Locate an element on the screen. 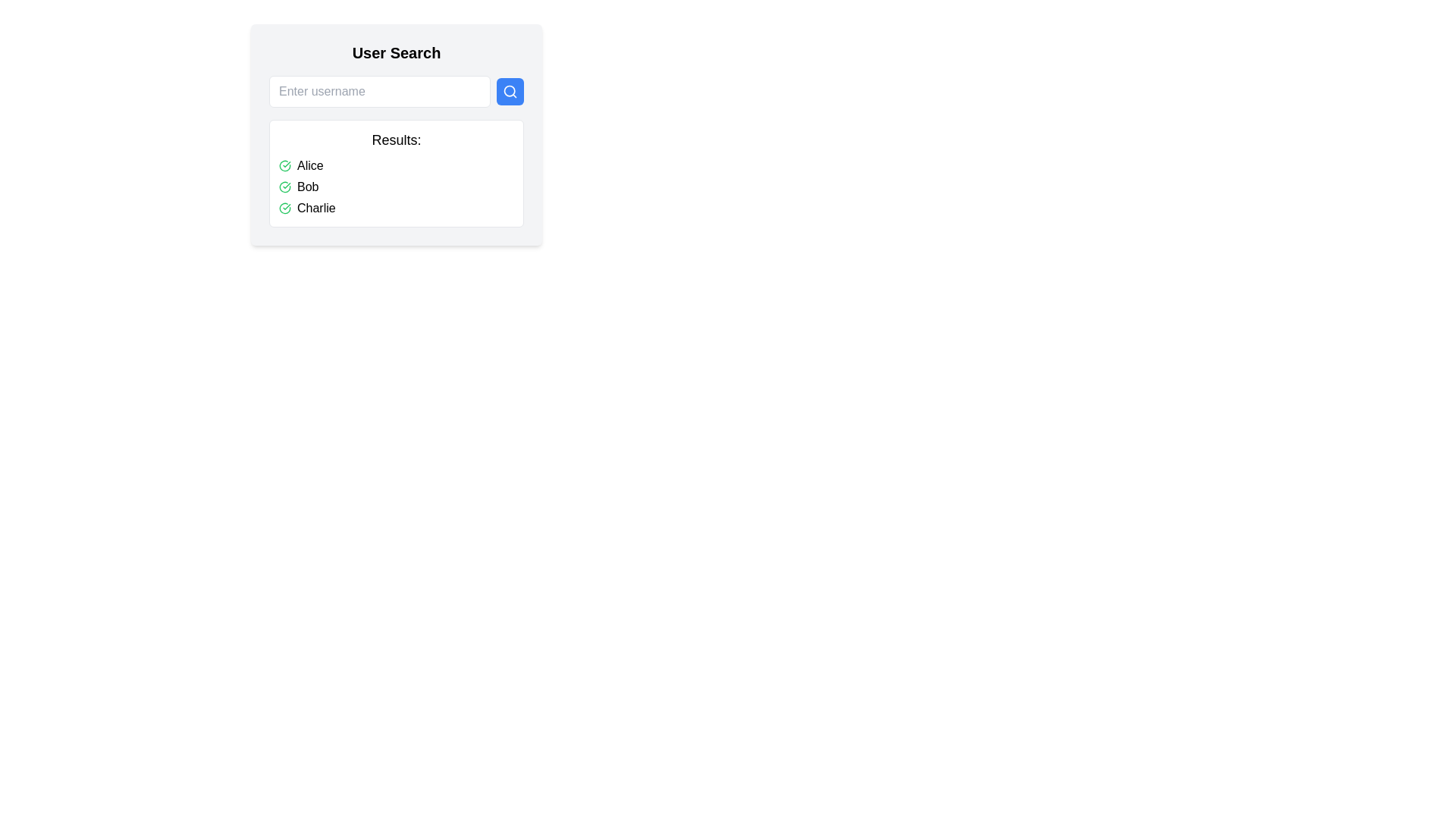 The width and height of the screenshot is (1456, 819). the circular check icon indicating a successful status for 'Alice' in the results list is located at coordinates (284, 166).